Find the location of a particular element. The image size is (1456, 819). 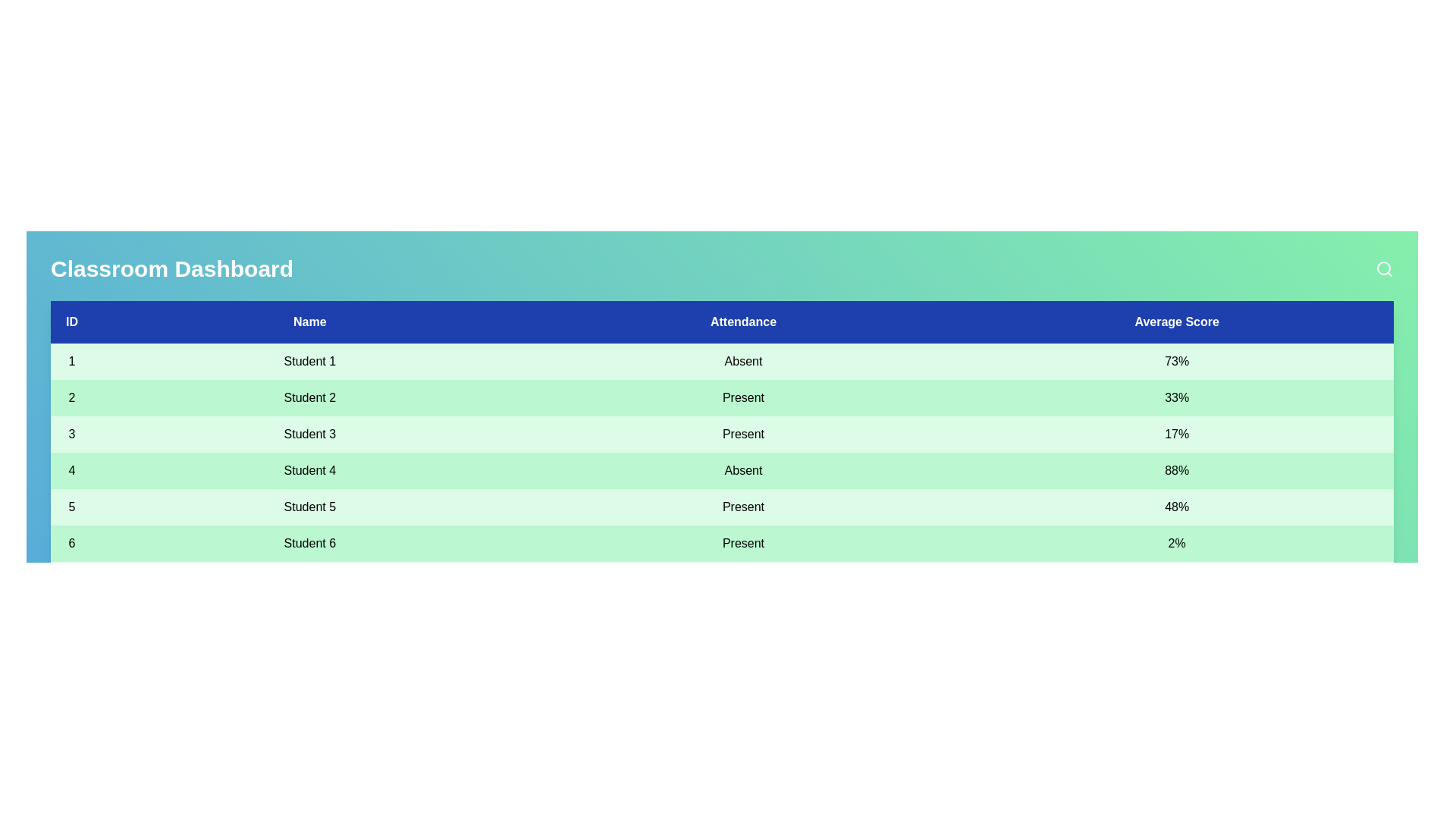

the search icon to initiate a search is located at coordinates (1384, 268).